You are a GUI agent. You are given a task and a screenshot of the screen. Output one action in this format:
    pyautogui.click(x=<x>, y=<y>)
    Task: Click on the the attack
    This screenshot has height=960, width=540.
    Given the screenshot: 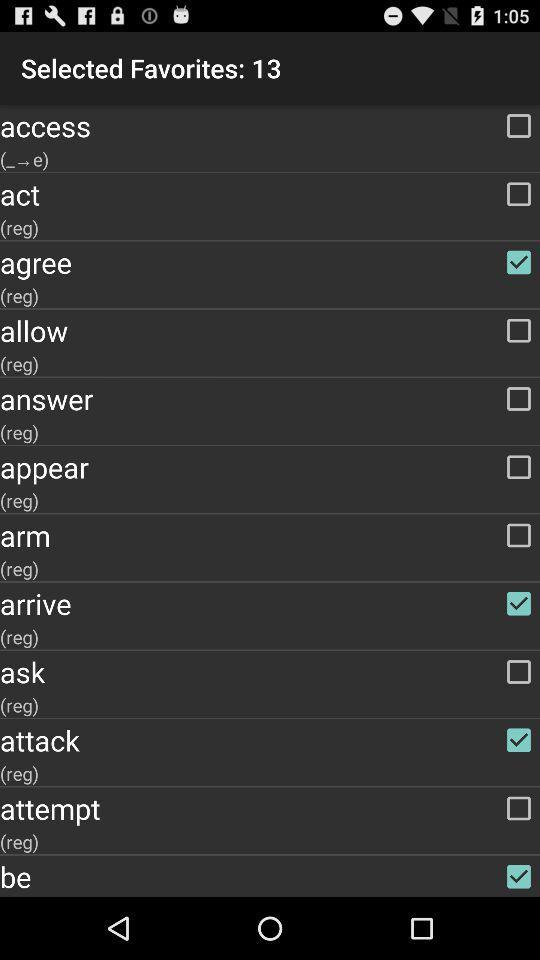 What is the action you would take?
    pyautogui.click(x=270, y=739)
    